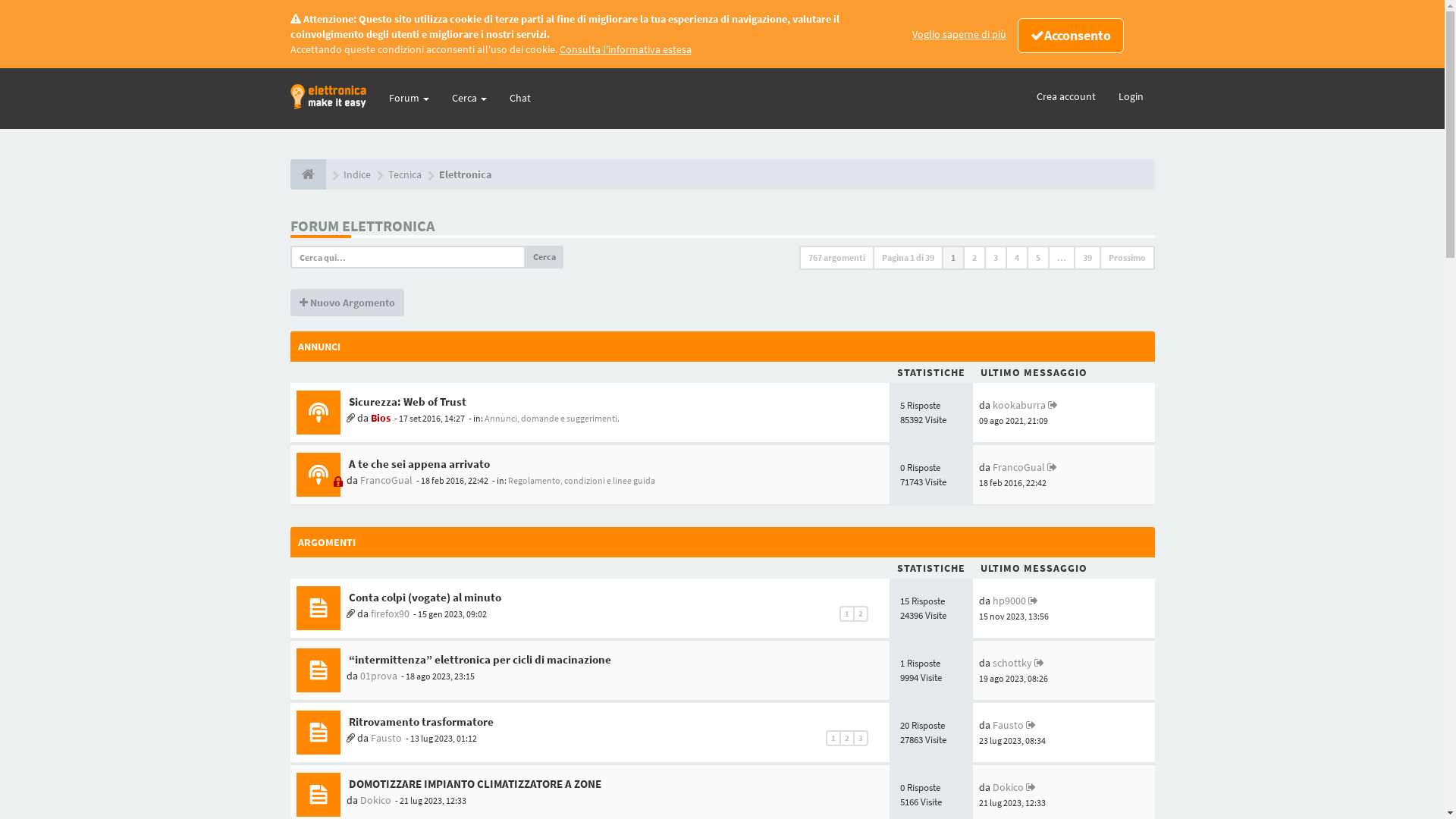 This screenshot has height=819, width=1456. What do you see at coordinates (356, 174) in the screenshot?
I see `'Indice'` at bounding box center [356, 174].